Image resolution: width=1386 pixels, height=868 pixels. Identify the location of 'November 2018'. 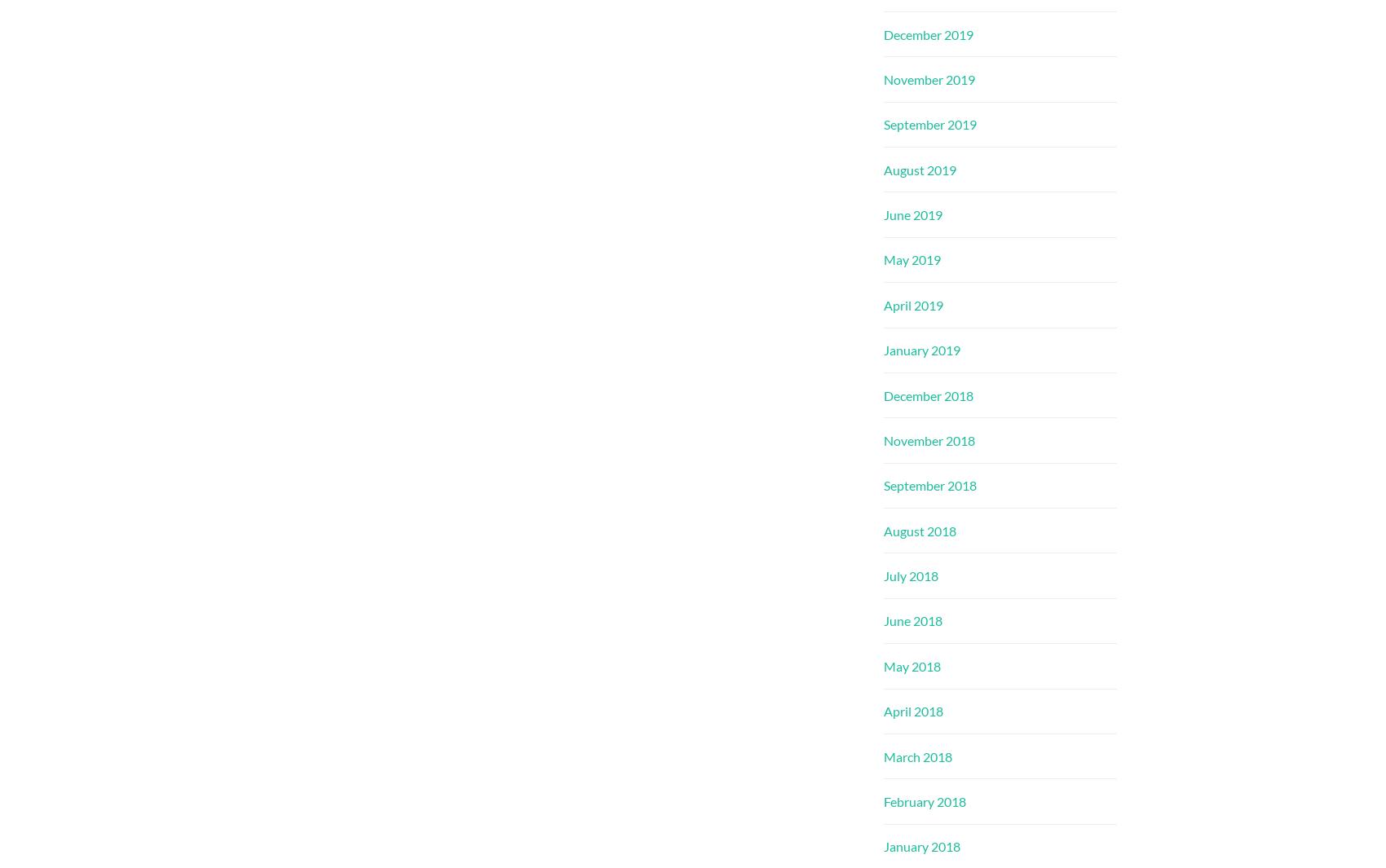
(929, 439).